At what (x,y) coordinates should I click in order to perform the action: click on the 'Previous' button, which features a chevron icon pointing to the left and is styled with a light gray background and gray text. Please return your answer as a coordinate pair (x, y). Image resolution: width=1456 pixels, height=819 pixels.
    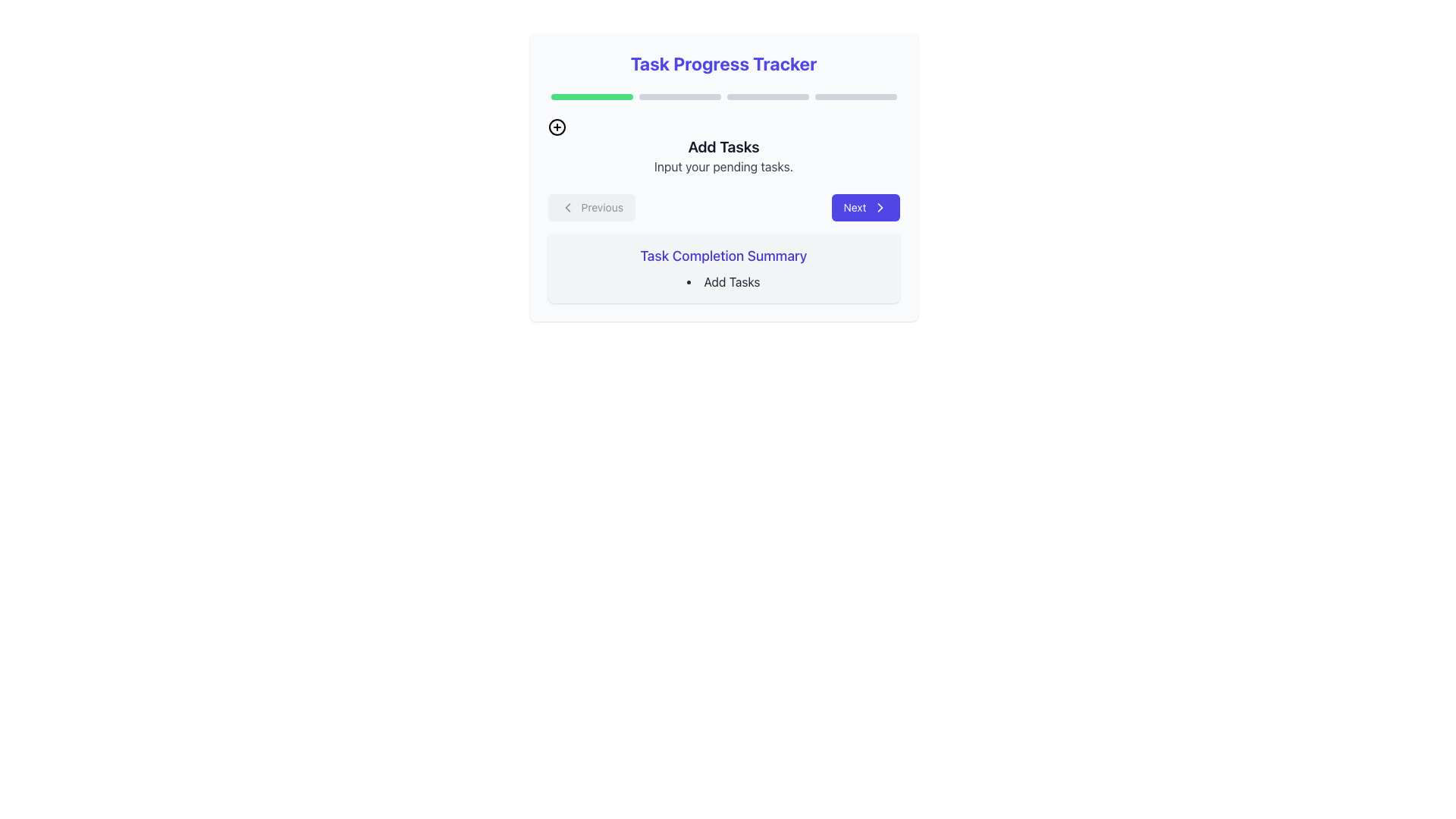
    Looking at the image, I should click on (591, 207).